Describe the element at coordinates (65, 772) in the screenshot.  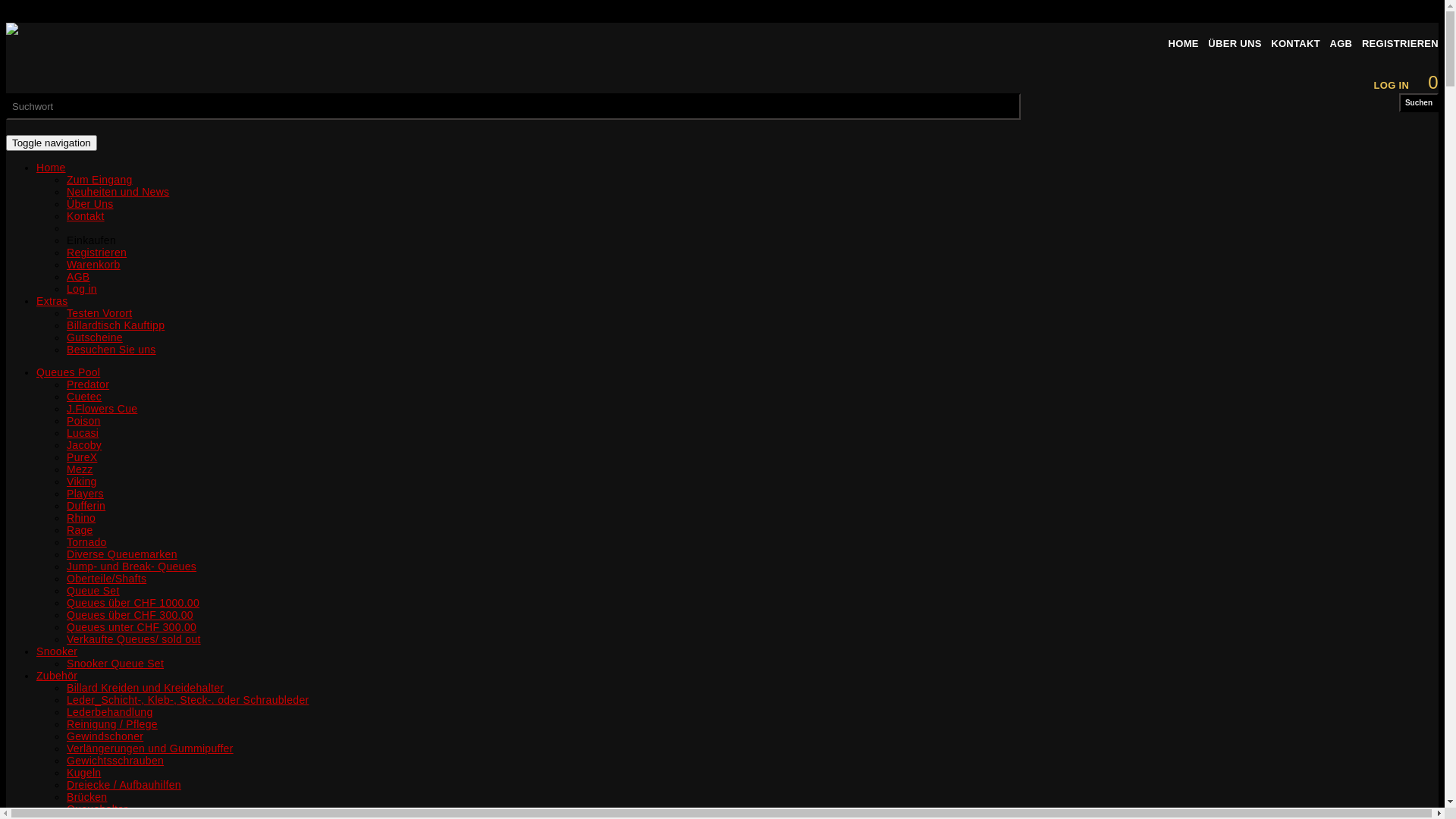
I see `'Kugeln'` at that location.